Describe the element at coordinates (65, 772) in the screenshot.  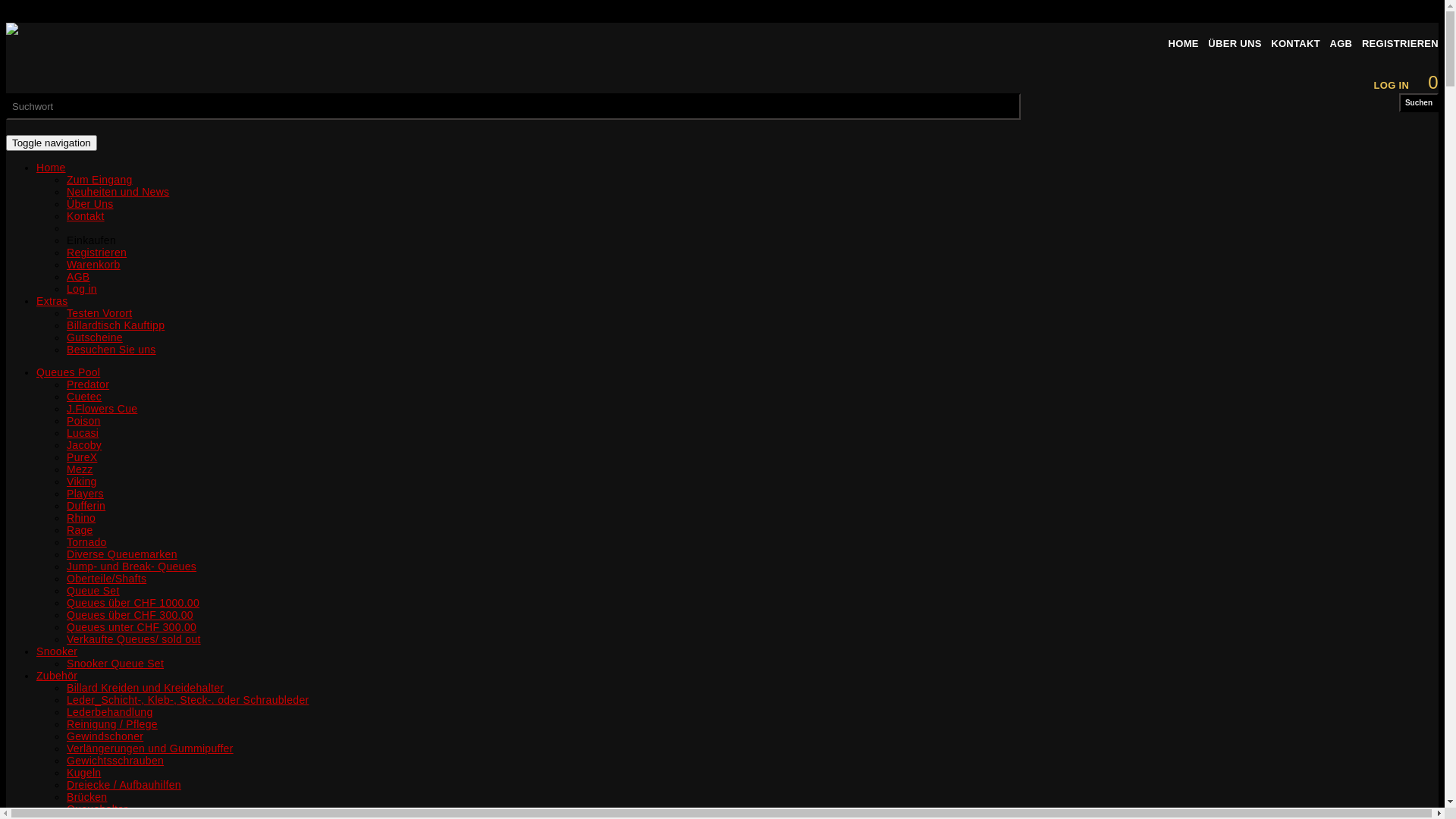
I see `'Kugeln'` at that location.